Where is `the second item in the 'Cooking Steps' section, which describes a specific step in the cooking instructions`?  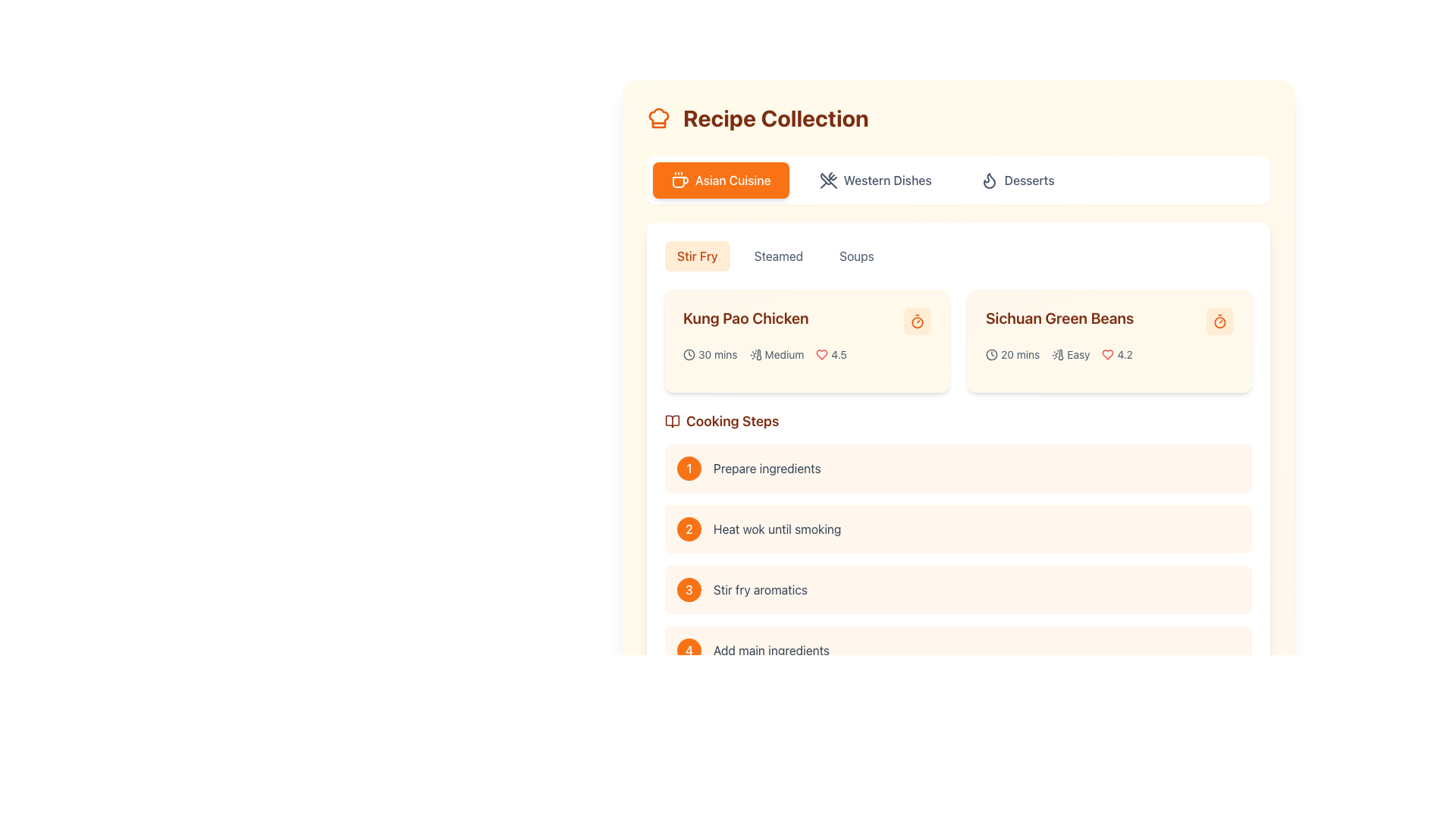
the second item in the 'Cooking Steps' section, which describes a specific step in the cooking instructions is located at coordinates (957, 529).